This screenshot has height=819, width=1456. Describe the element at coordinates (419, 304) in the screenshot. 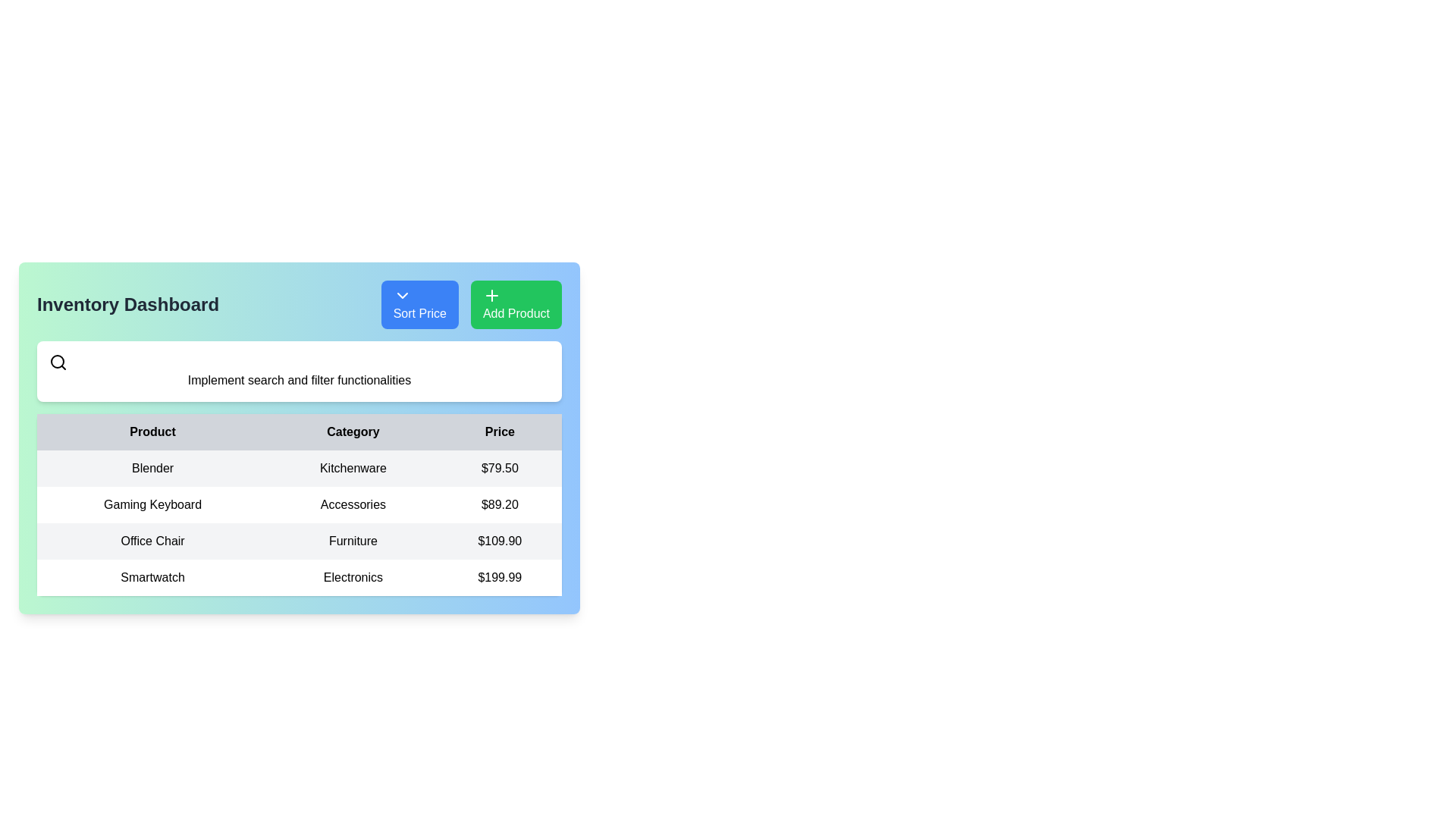

I see `the blue rectangular button labeled 'Sort Price'` at that location.